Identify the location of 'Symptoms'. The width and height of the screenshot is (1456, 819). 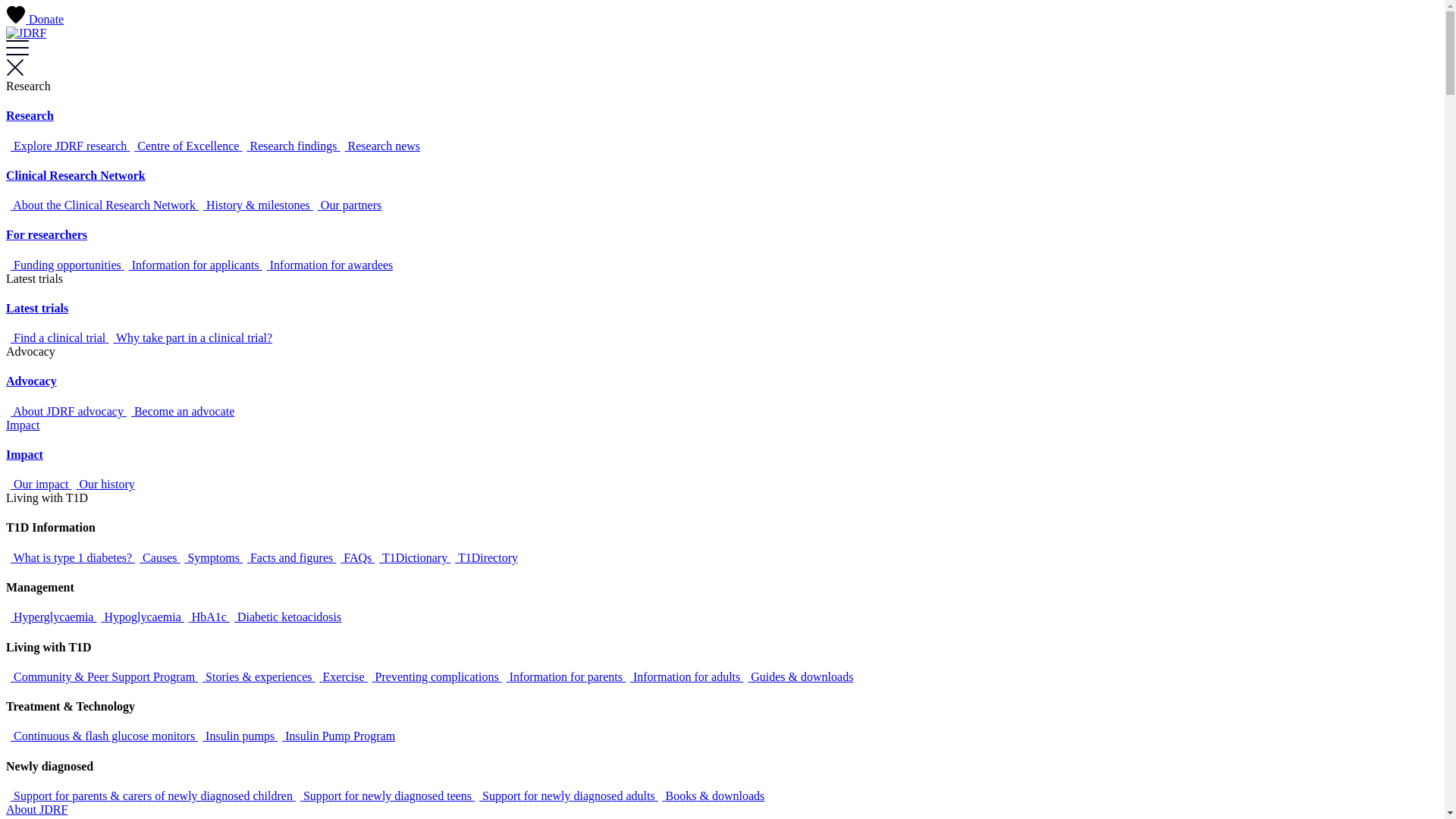
(210, 557).